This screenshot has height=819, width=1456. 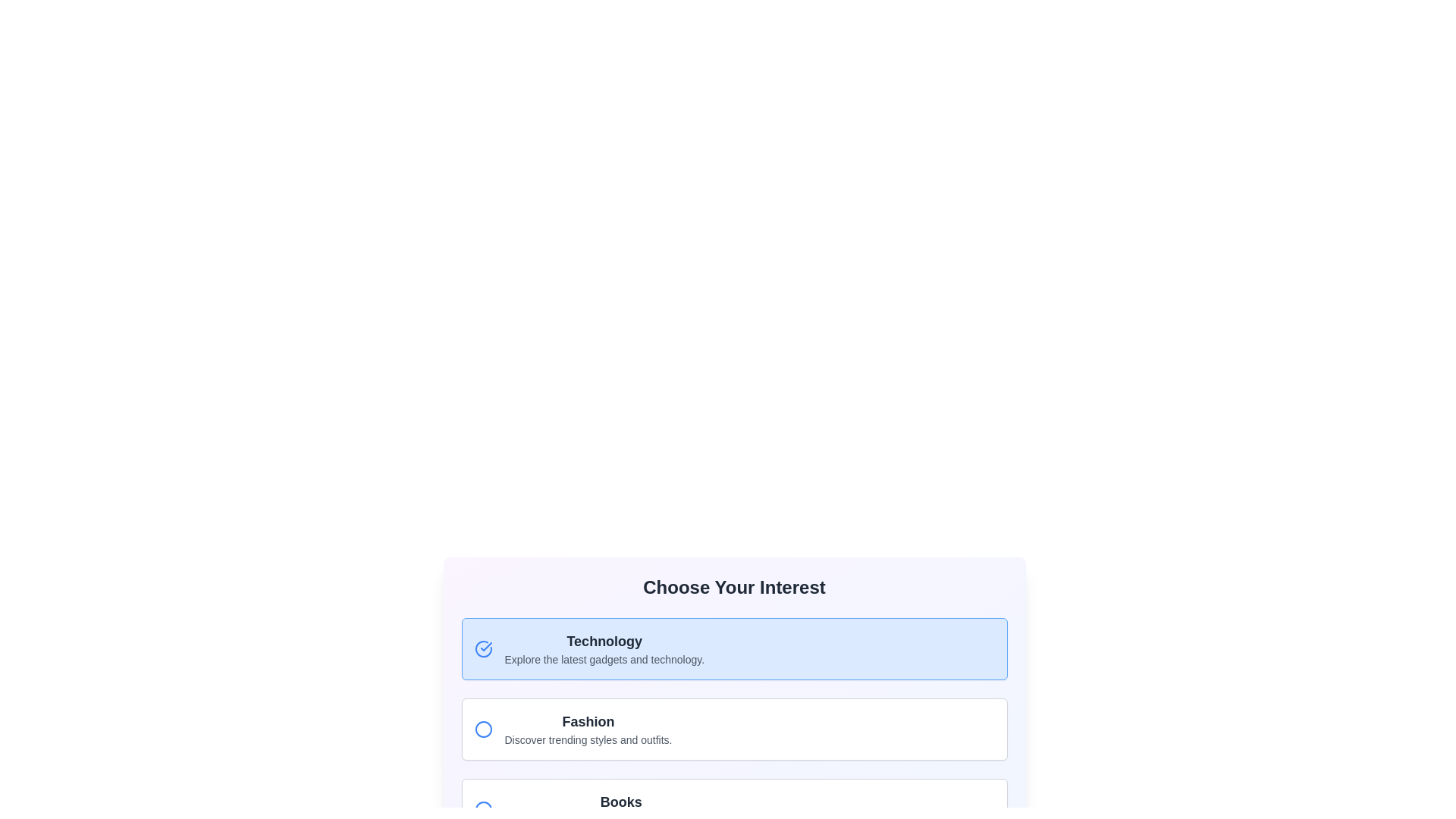 What do you see at coordinates (734, 728) in the screenshot?
I see `the card that introduces the 'Fashion' category, which is the second item in the grid layout` at bounding box center [734, 728].